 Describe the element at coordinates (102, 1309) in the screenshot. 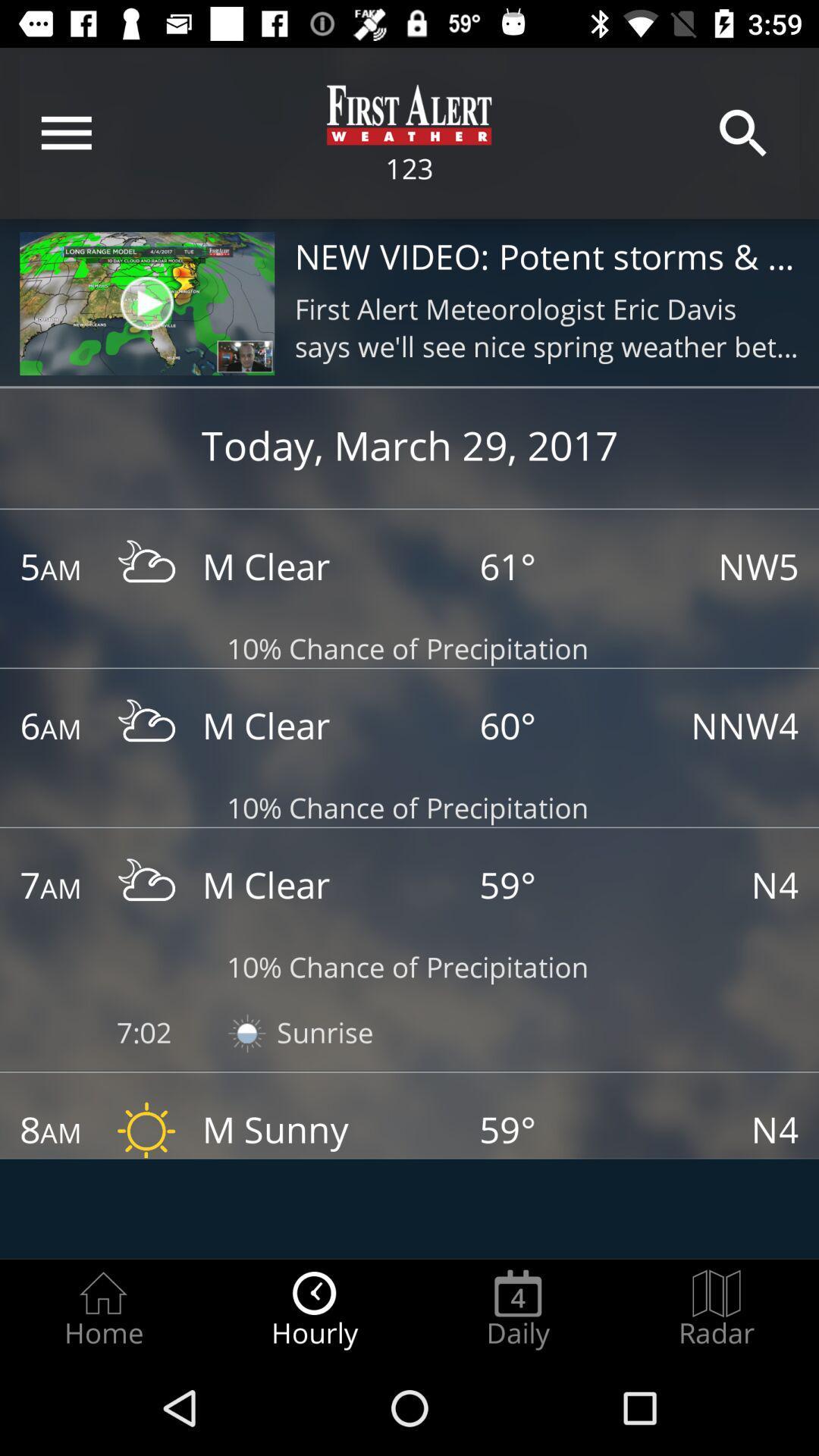

I see `home icon` at that location.